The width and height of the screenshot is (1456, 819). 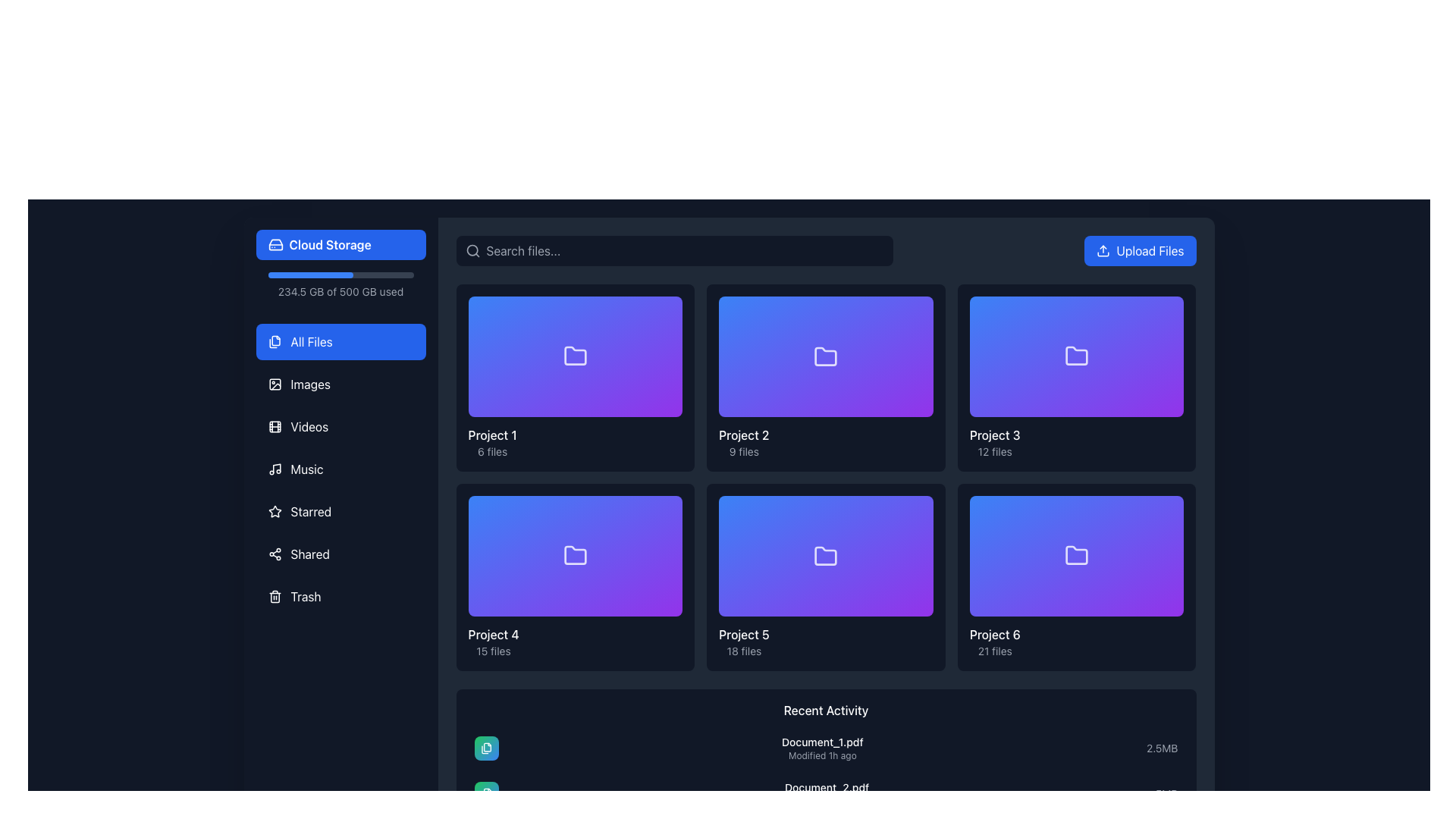 I want to click on the 'Starred' text label in the left sidebar menu, which is displayed in white sans-serif font and is visually accompanied by a star icon, so click(x=310, y=512).